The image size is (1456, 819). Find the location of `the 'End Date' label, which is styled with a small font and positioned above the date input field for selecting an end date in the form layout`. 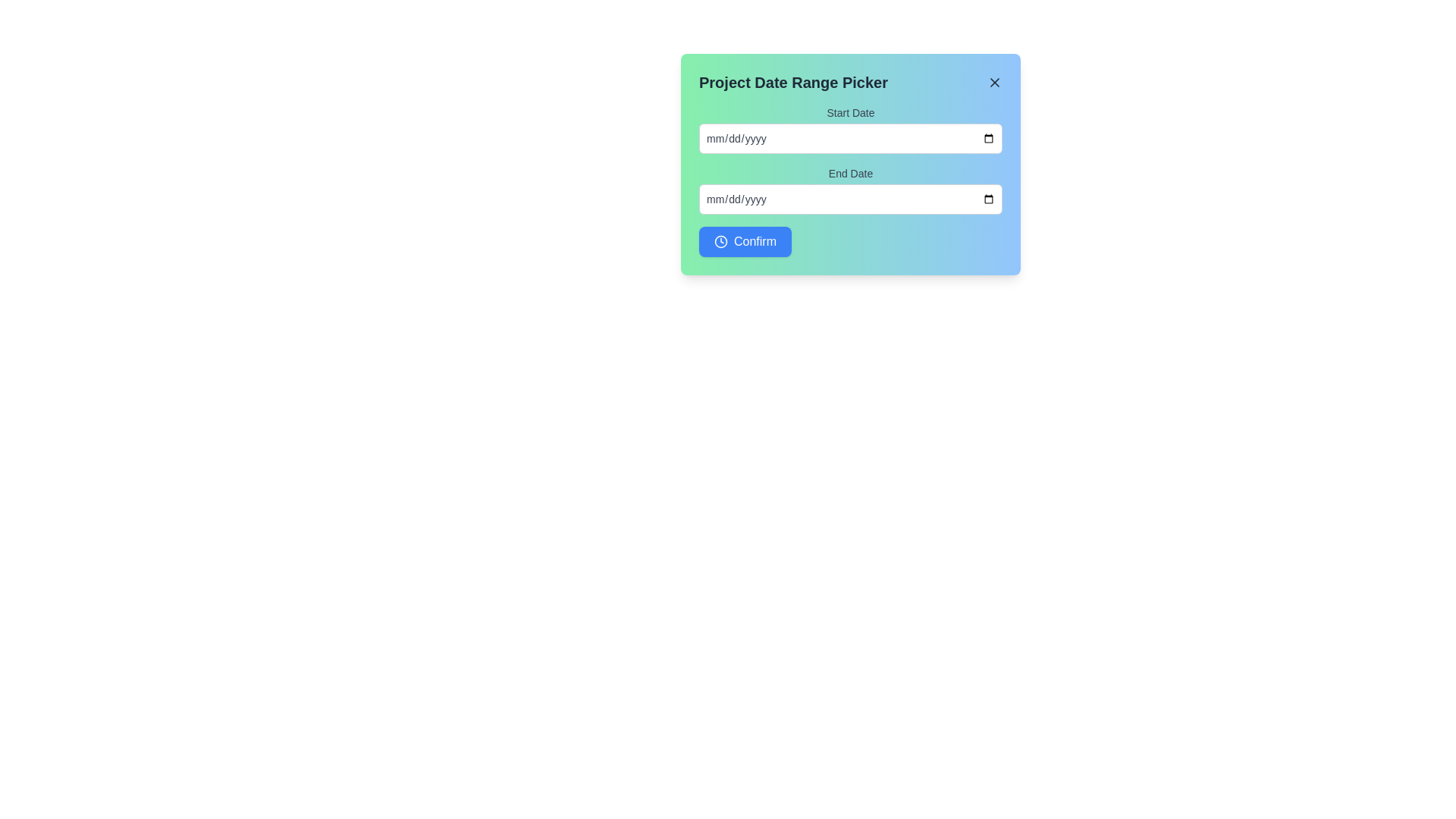

the 'End Date' label, which is styled with a small font and positioned above the date input field for selecting an end date in the form layout is located at coordinates (851, 189).